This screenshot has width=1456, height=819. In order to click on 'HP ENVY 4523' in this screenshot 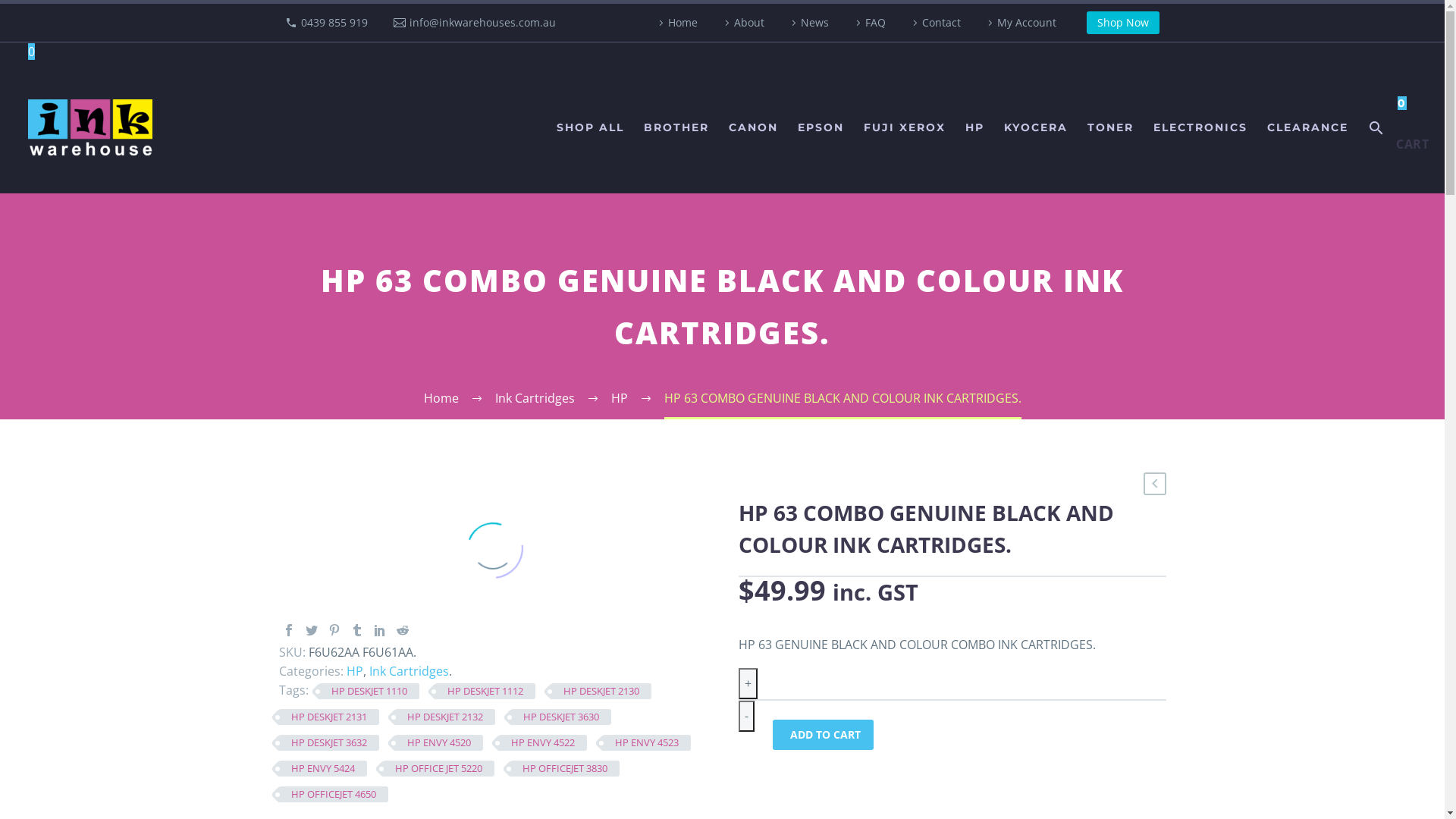, I will do `click(645, 742)`.